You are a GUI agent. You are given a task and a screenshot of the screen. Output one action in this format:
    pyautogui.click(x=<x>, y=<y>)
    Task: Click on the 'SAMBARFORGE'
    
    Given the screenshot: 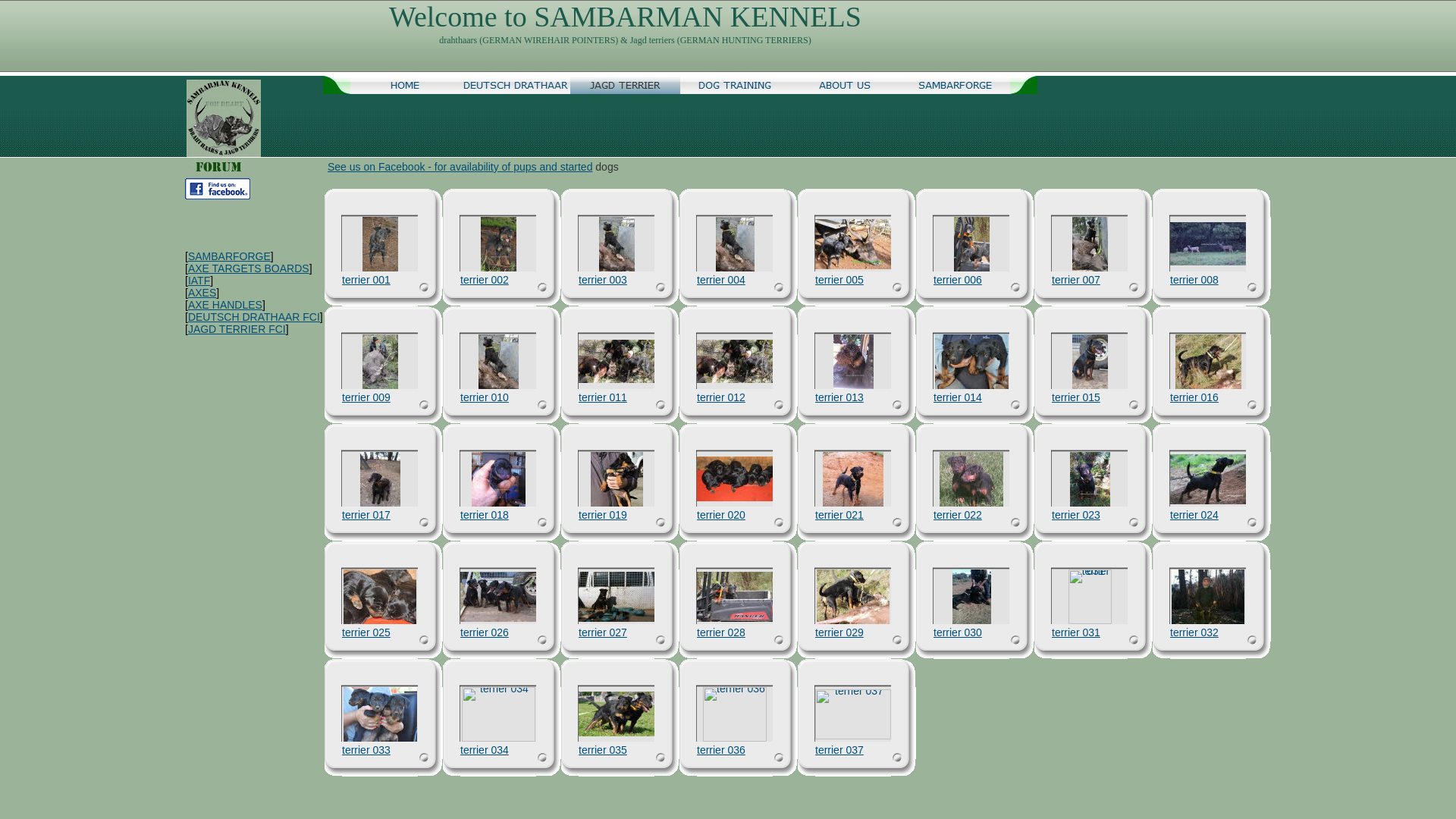 What is the action you would take?
    pyautogui.click(x=954, y=84)
    